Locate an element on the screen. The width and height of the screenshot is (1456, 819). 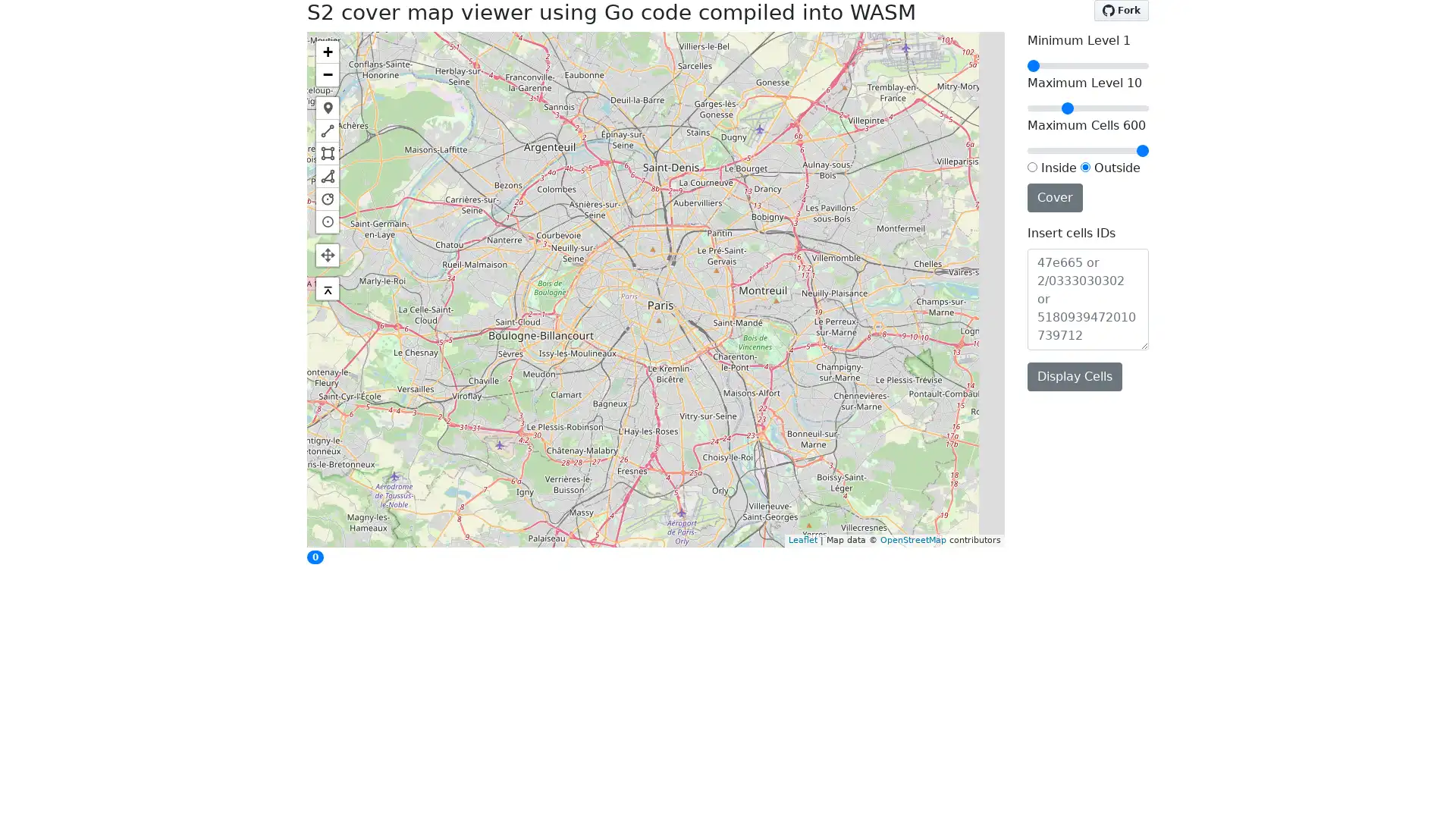
Zoom out is located at coordinates (327, 74).